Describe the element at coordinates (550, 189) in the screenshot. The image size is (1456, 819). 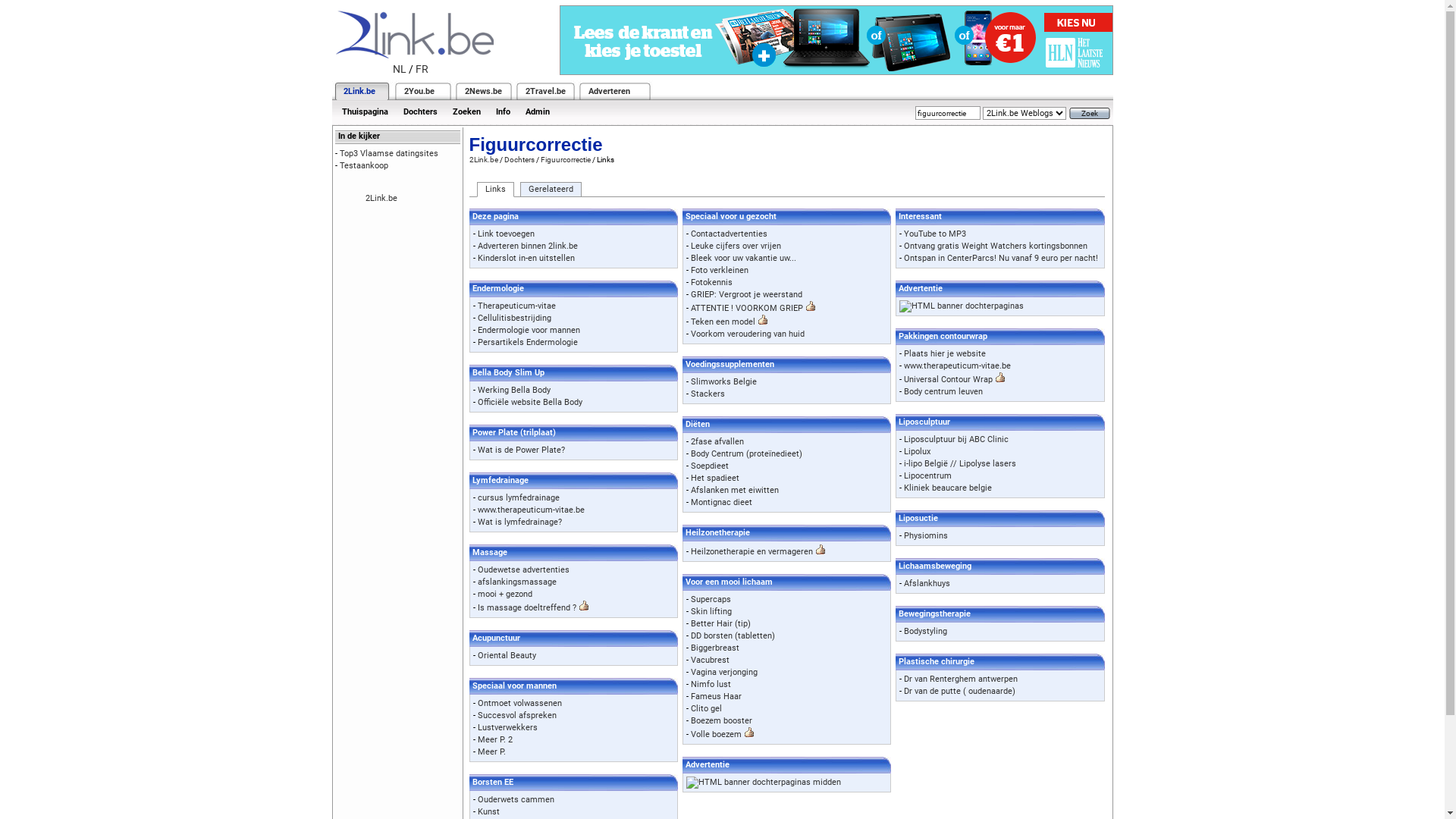
I see `'Gerelateerd'` at that location.